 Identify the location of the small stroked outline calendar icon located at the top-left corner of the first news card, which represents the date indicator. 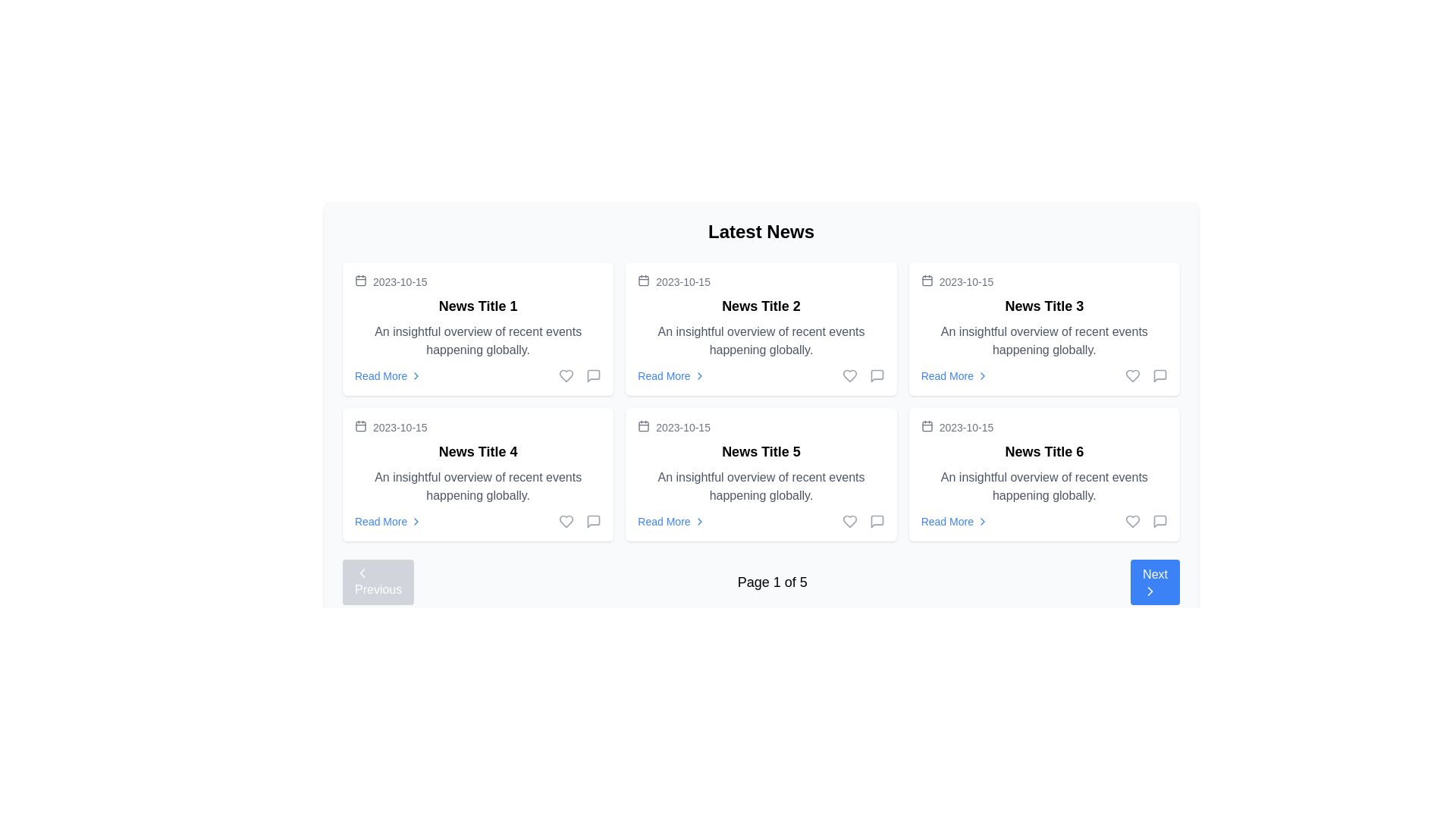
(359, 281).